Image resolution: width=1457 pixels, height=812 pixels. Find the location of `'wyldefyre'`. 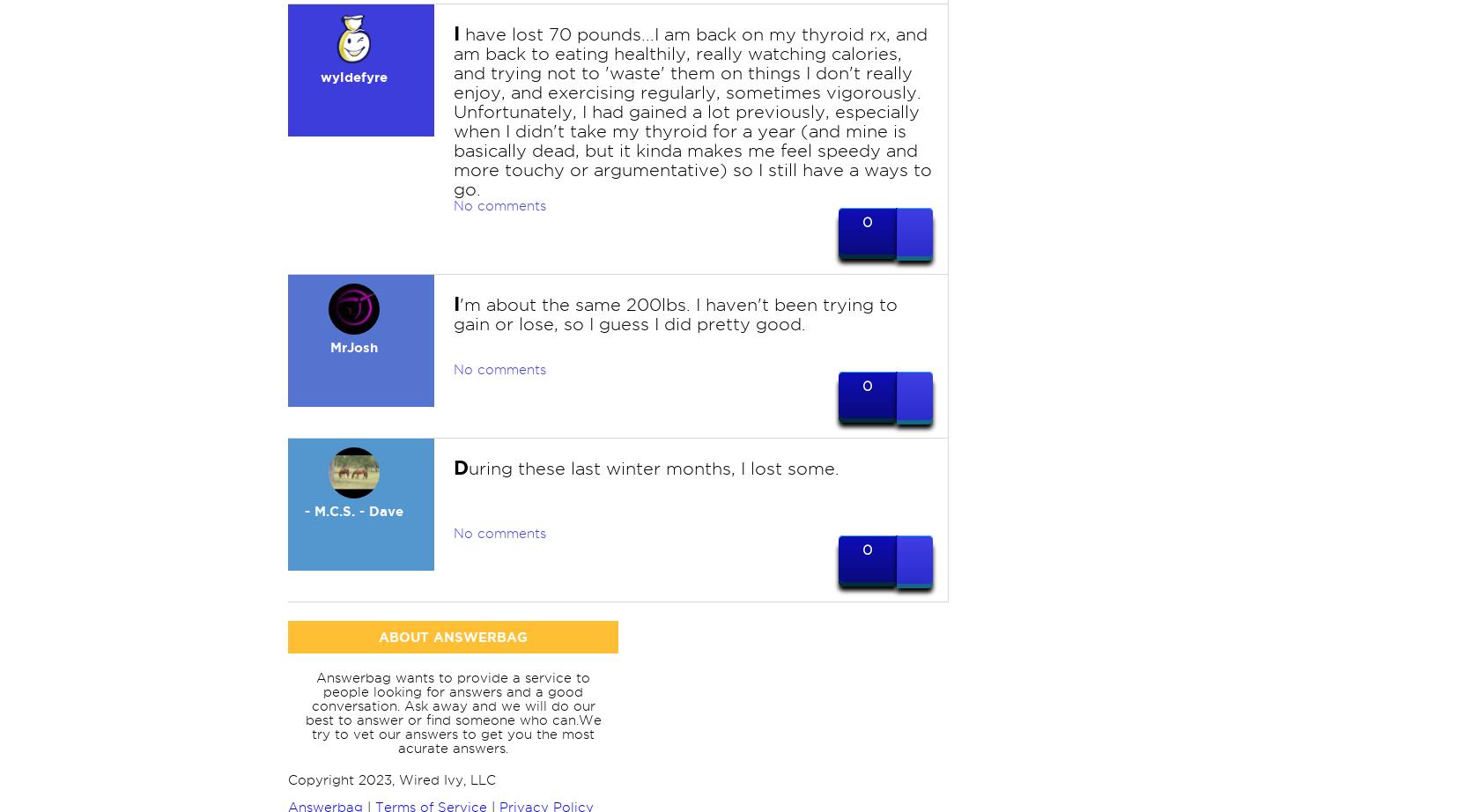

'wyldefyre' is located at coordinates (352, 77).